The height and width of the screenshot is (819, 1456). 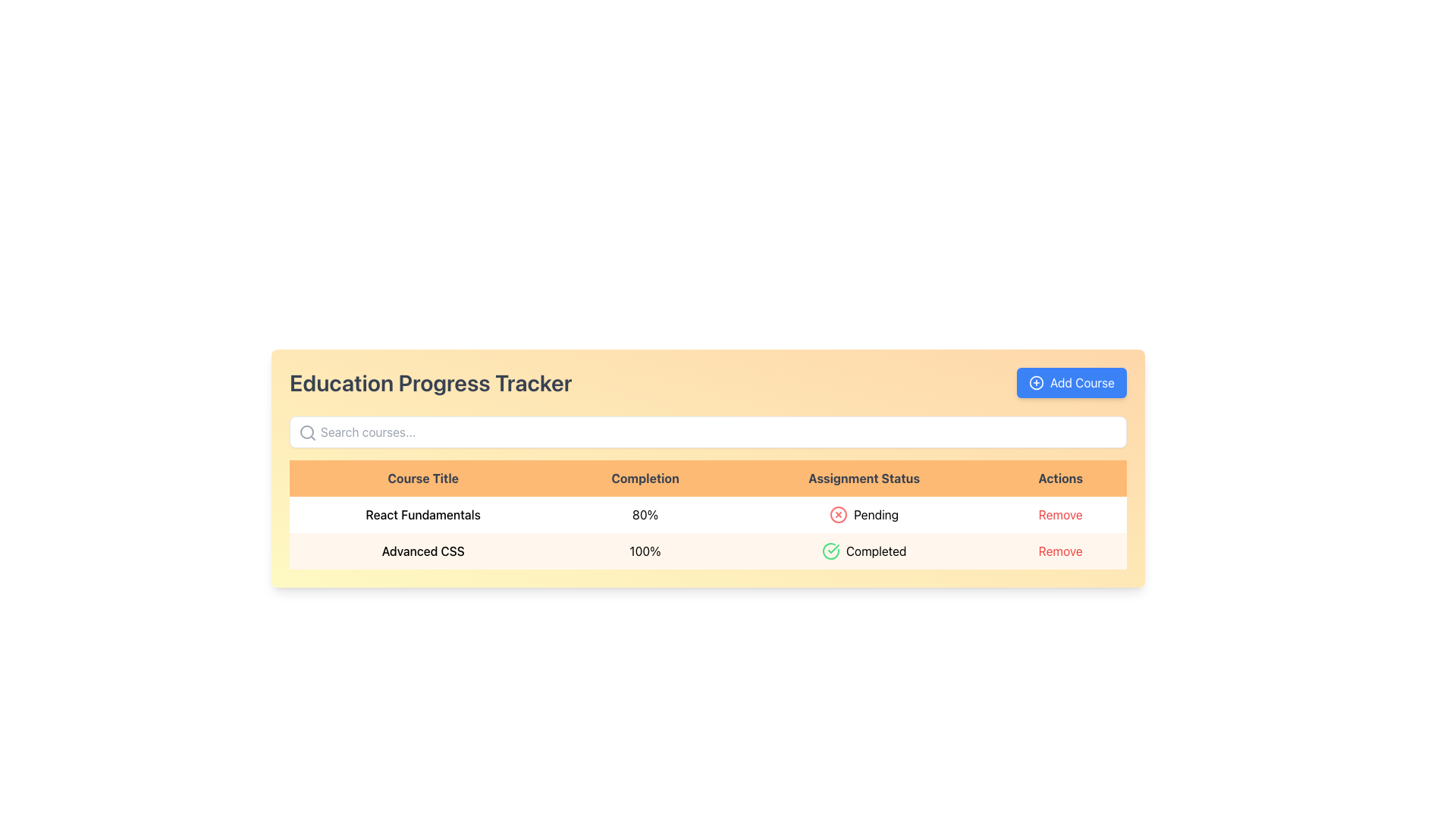 What do you see at coordinates (1059, 513) in the screenshot?
I see `the 'Remove' button styled with red text in the 'Actions' column of the 'React Fundamentals' course row` at bounding box center [1059, 513].